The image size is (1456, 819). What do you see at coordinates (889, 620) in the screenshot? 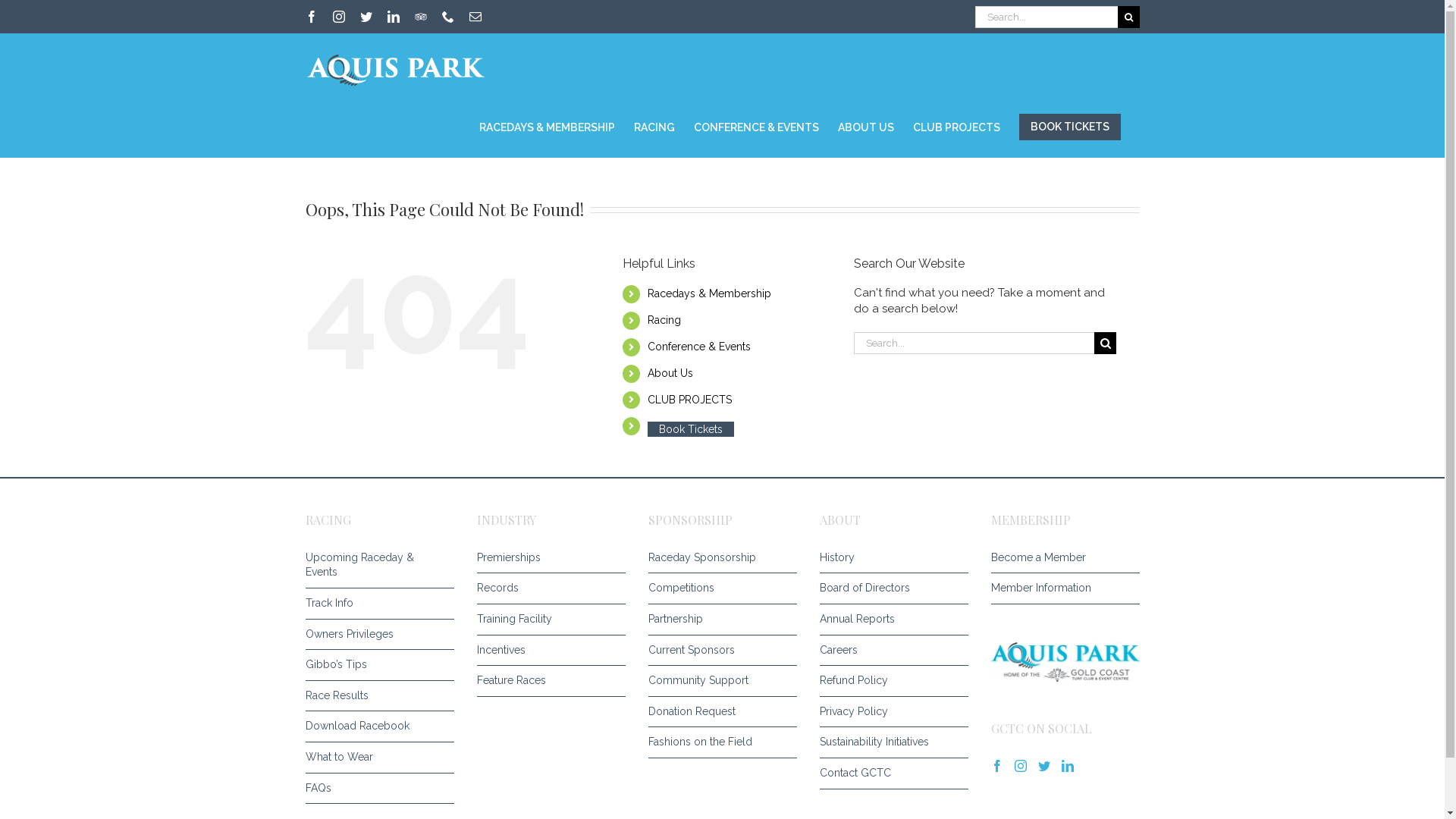
I see `'Annual Reports'` at bounding box center [889, 620].